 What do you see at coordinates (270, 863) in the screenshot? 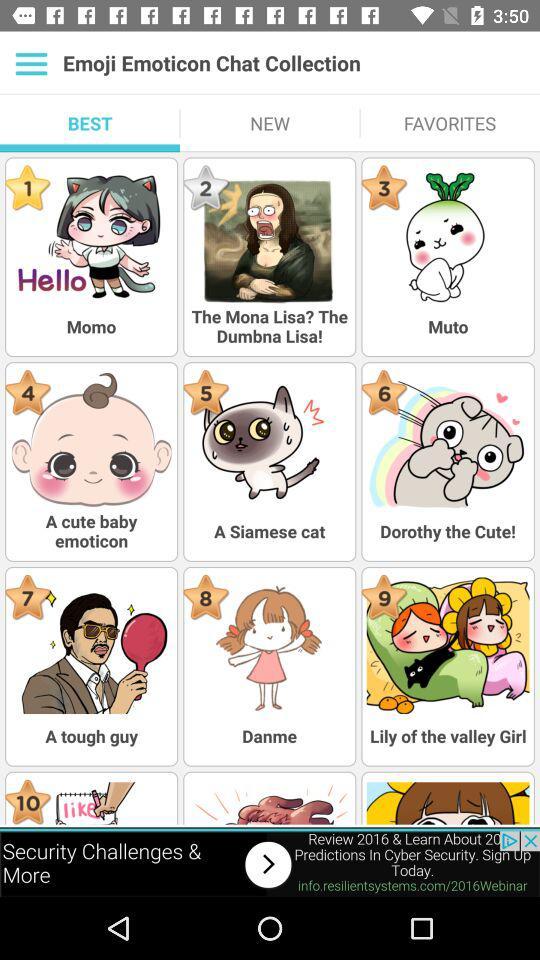
I see `this website` at bounding box center [270, 863].